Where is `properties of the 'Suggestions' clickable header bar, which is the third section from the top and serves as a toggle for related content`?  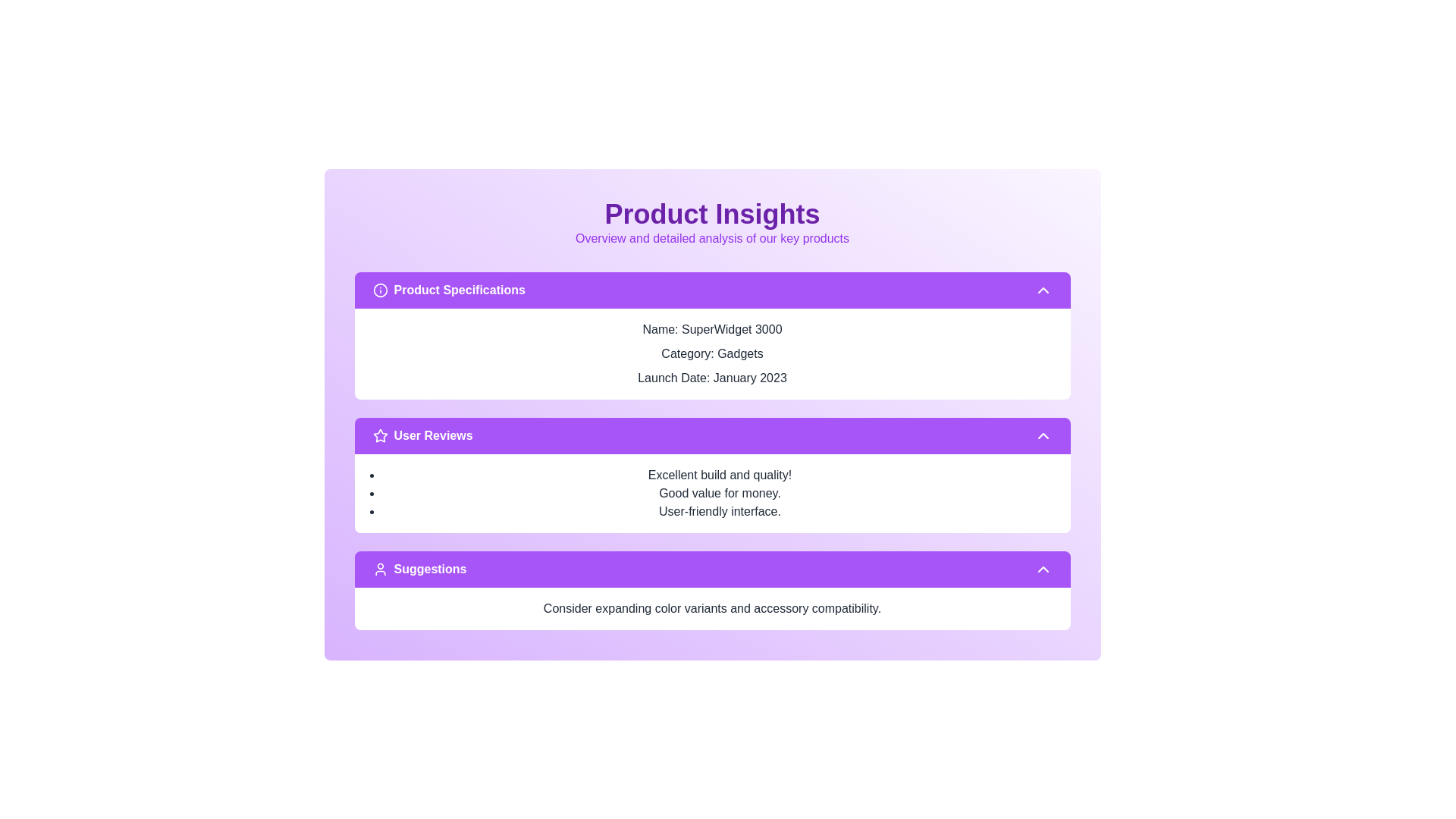 properties of the 'Suggestions' clickable header bar, which is the third section from the top and serves as a toggle for related content is located at coordinates (711, 570).